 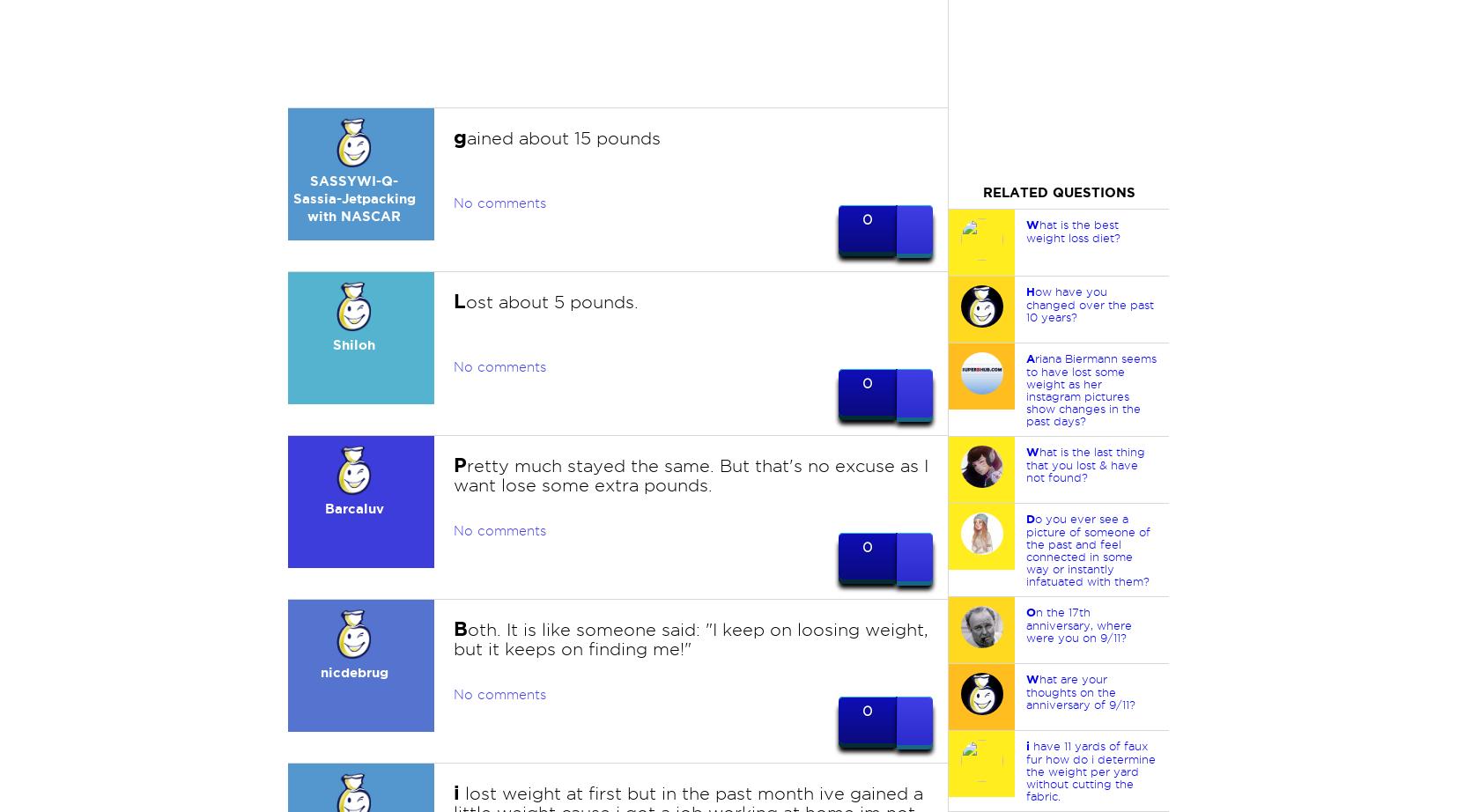 What do you see at coordinates (459, 299) in the screenshot?
I see `'L'` at bounding box center [459, 299].